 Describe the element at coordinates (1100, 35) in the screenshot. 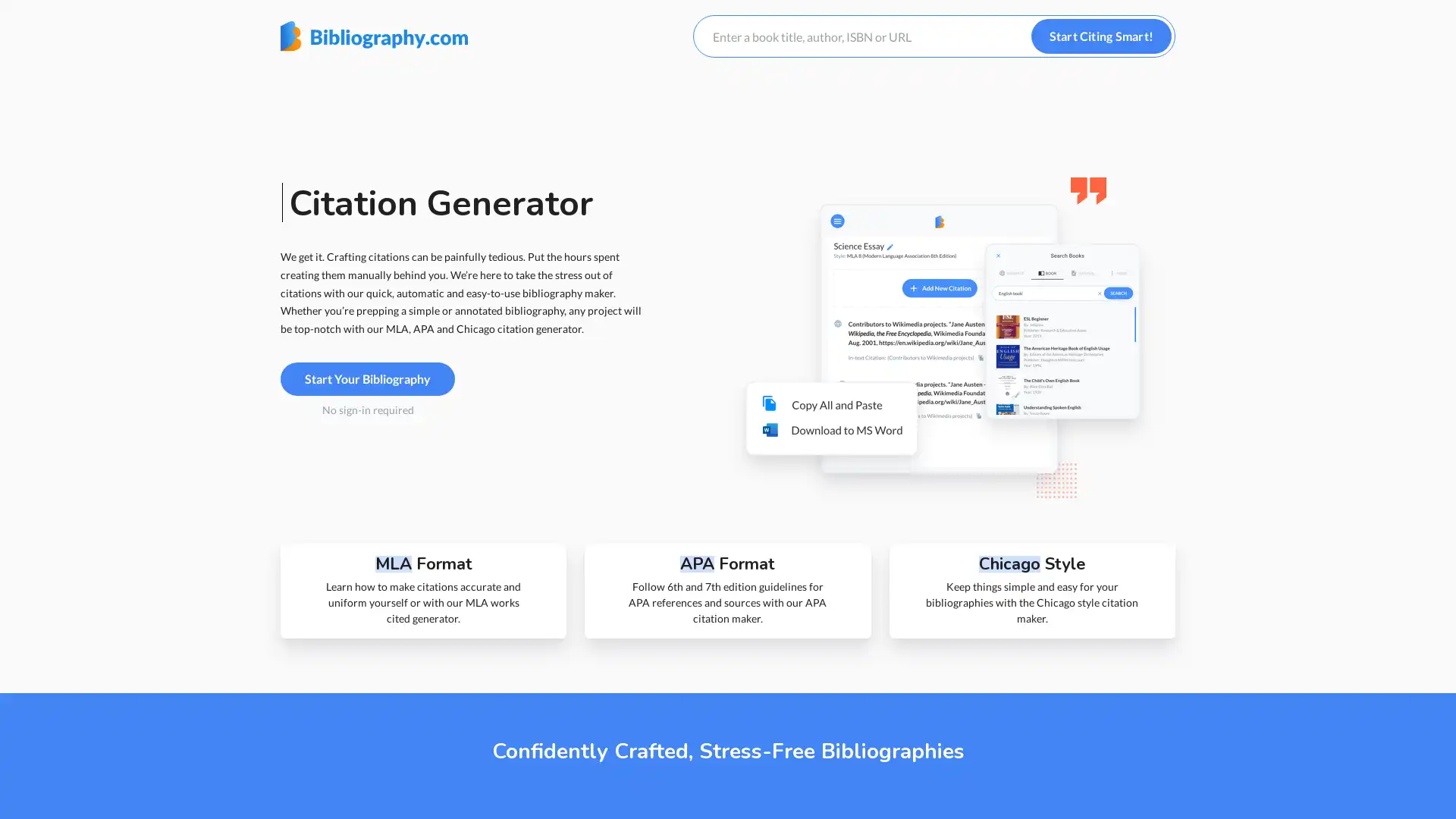

I see `Start Citing Smart!` at that location.